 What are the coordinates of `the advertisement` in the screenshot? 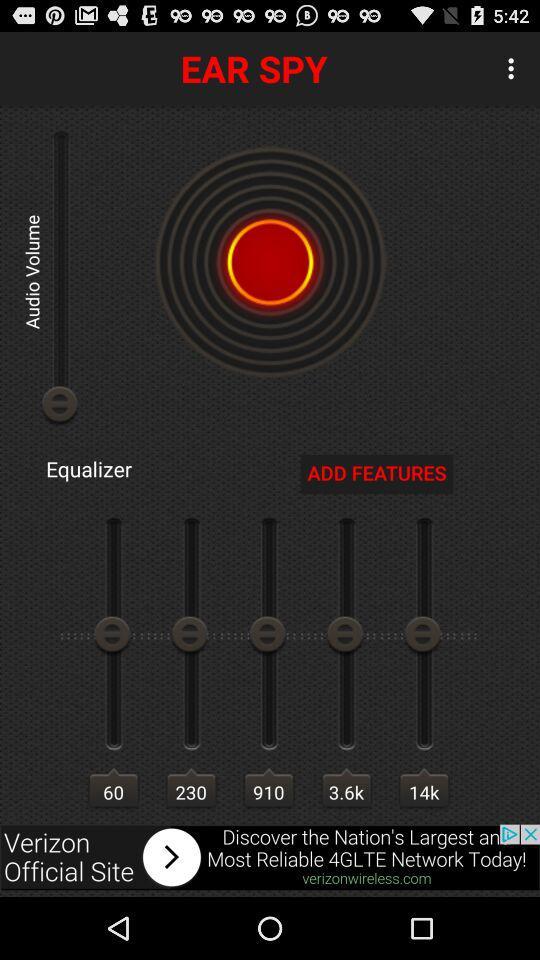 It's located at (270, 856).